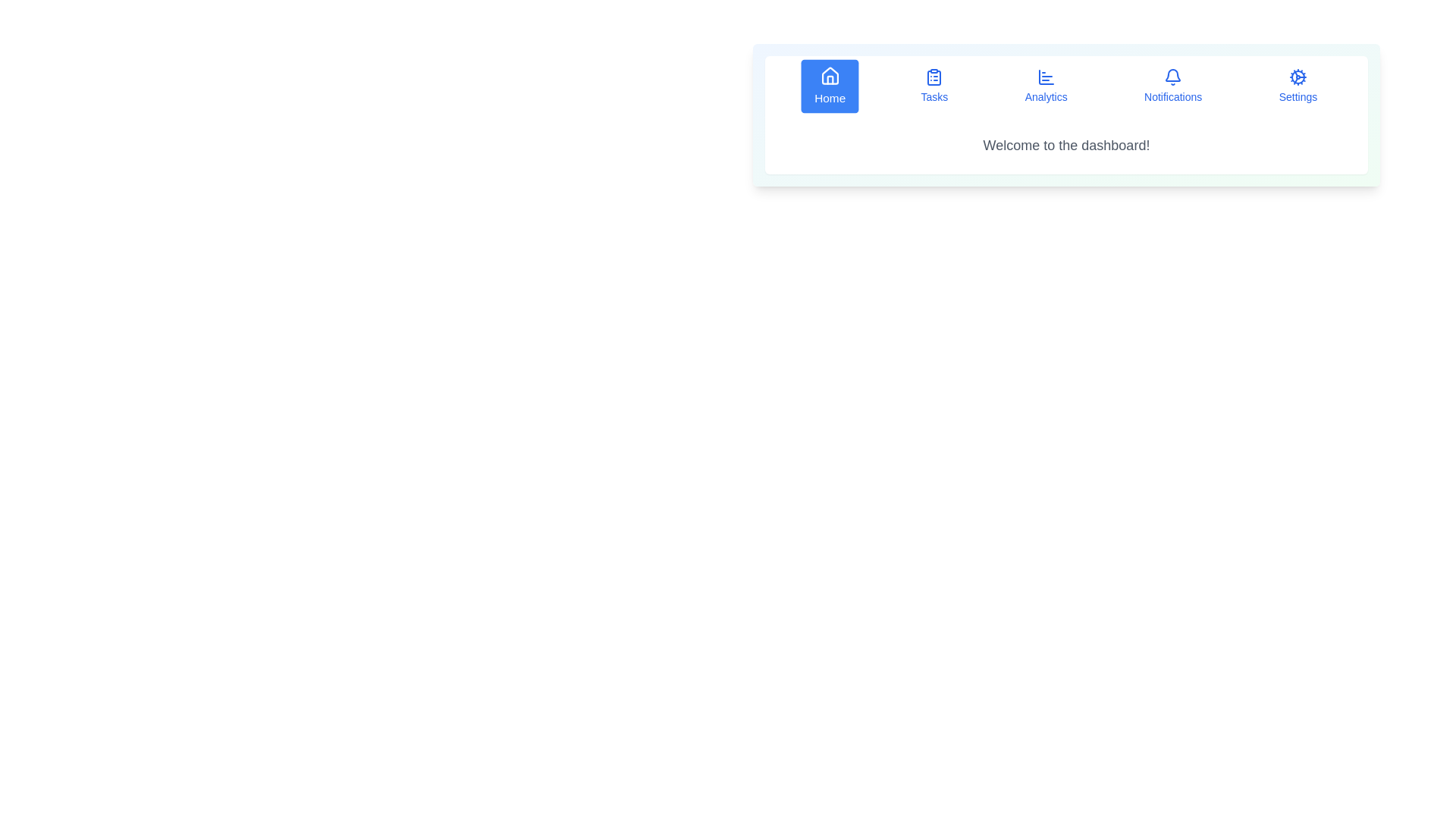 This screenshot has height=819, width=1456. Describe the element at coordinates (1172, 86) in the screenshot. I see `the Notifications tab by clicking on its corresponding button` at that location.